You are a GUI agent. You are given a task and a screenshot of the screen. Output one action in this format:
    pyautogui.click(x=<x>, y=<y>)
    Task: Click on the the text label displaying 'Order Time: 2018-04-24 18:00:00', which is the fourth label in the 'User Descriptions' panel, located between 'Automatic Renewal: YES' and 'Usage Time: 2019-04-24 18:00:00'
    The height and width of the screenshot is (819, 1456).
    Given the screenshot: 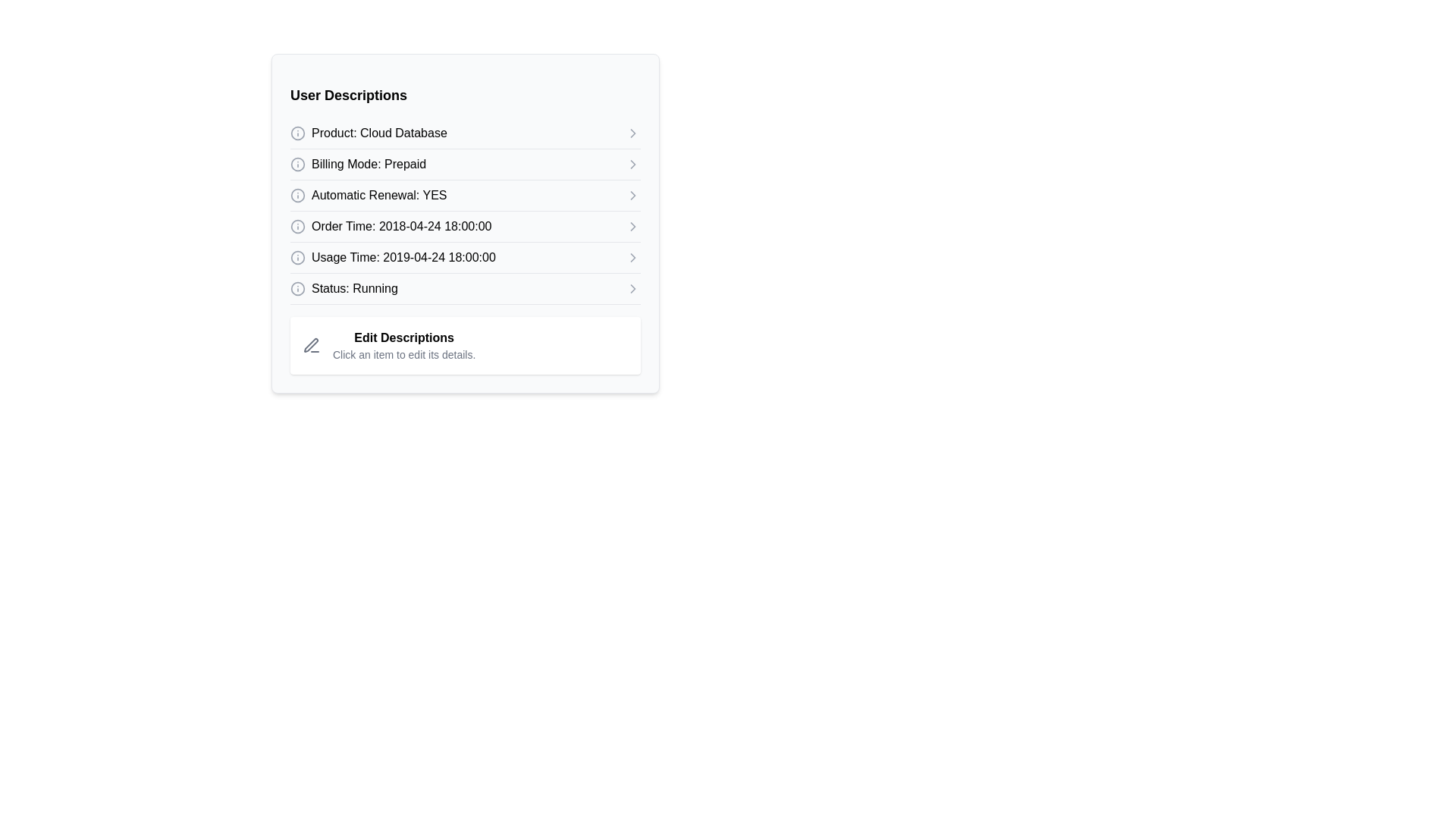 What is the action you would take?
    pyautogui.click(x=401, y=227)
    